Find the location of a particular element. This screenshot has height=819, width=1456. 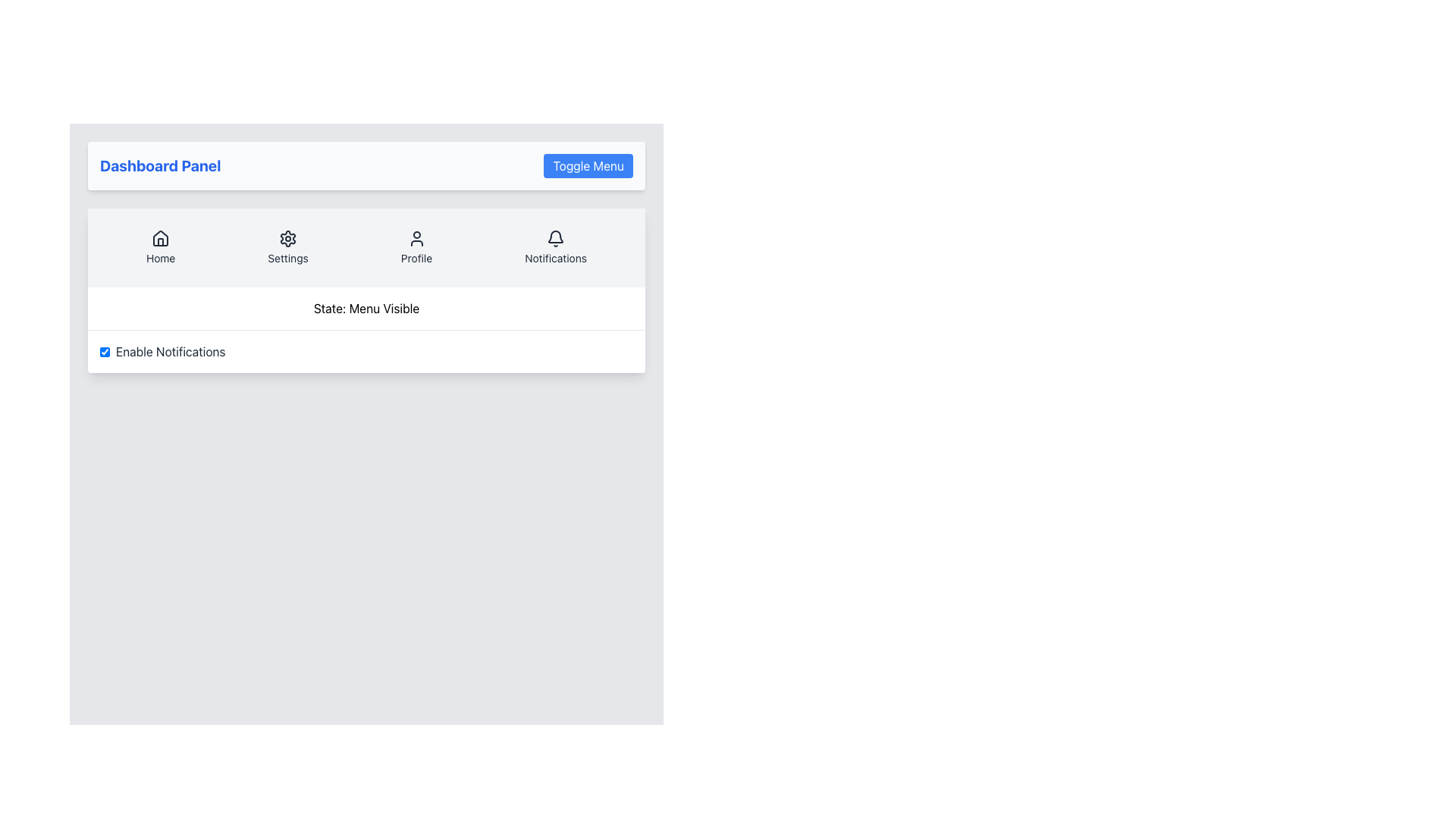

the 'Profile' icon in the top navigation bar to possibly reveal additional information is located at coordinates (416, 239).